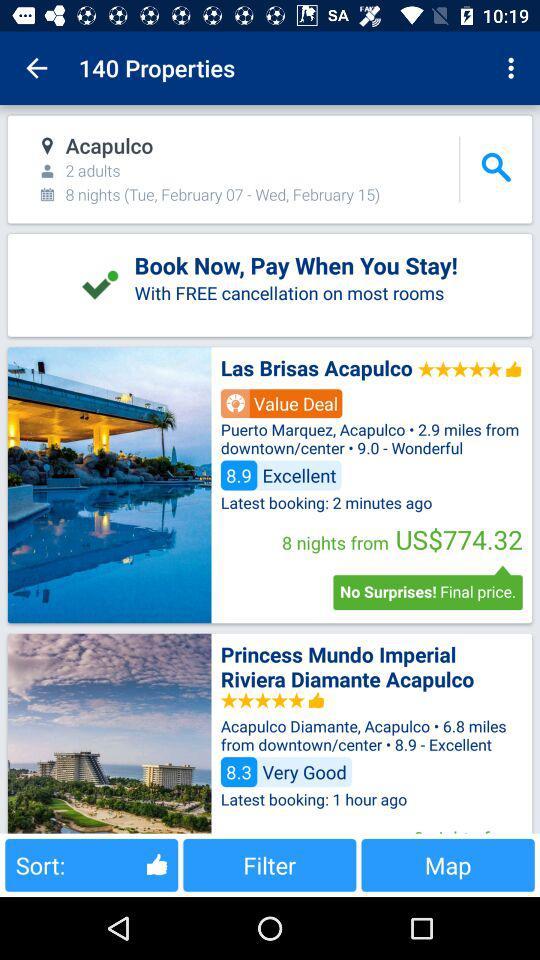 The image size is (540, 960). I want to click on open website, so click(109, 732).